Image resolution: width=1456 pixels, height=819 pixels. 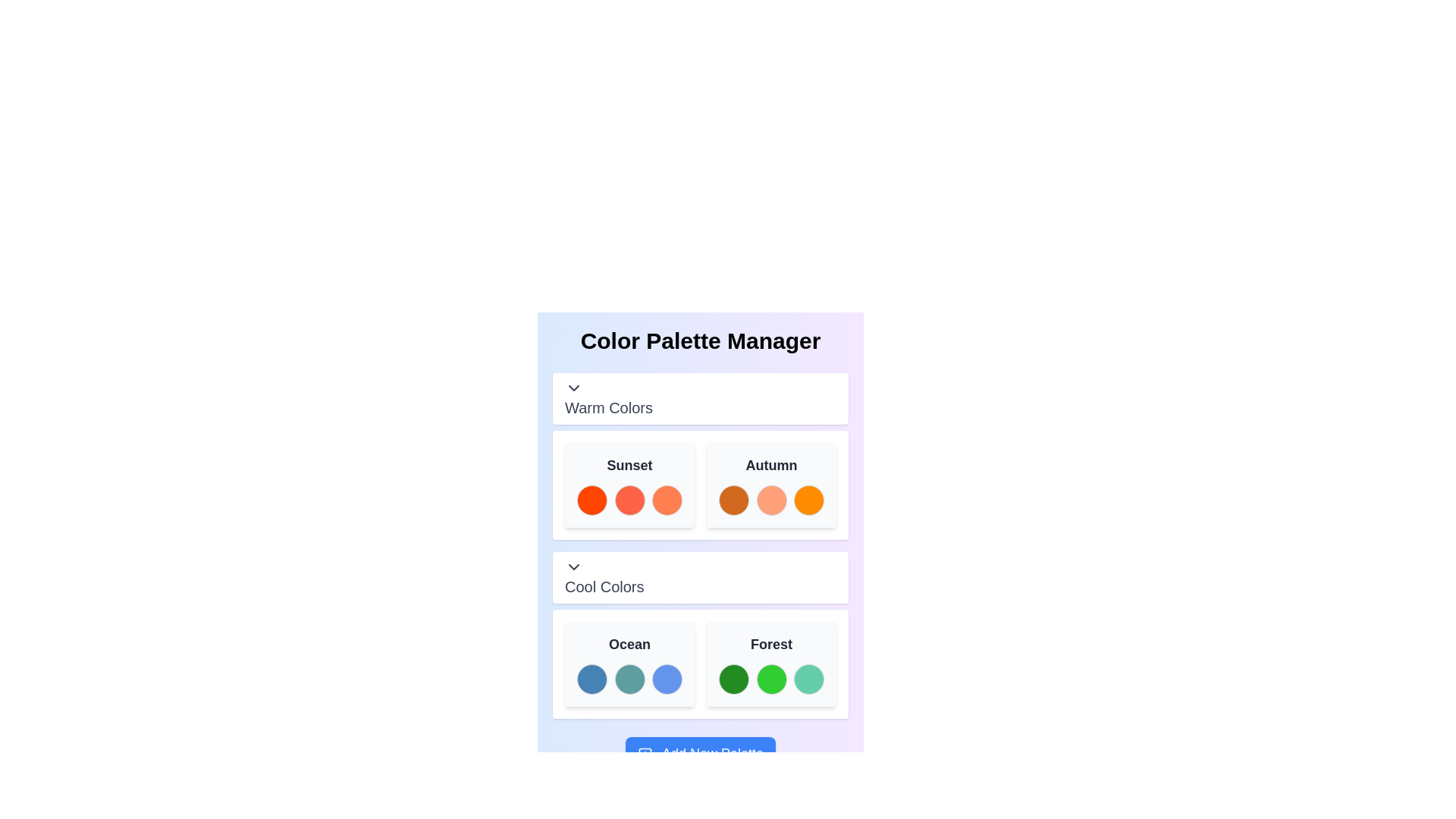 What do you see at coordinates (700, 754) in the screenshot?
I see `the blue rectangular button with rounded corners labeled 'Add New Palette' to change its color` at bounding box center [700, 754].